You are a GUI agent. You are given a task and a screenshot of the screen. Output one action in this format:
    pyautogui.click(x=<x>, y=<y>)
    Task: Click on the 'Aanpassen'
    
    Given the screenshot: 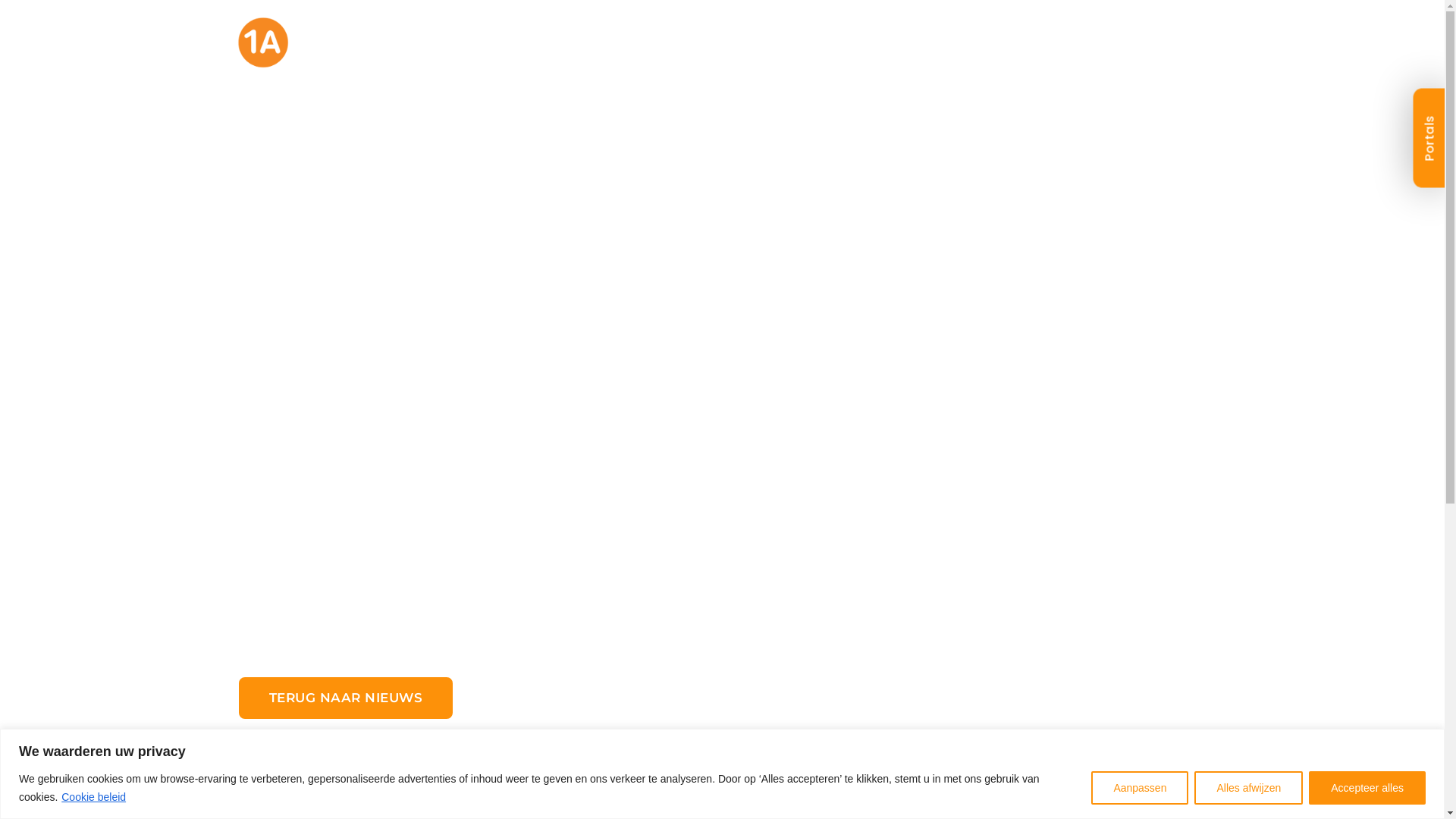 What is the action you would take?
    pyautogui.click(x=1139, y=786)
    